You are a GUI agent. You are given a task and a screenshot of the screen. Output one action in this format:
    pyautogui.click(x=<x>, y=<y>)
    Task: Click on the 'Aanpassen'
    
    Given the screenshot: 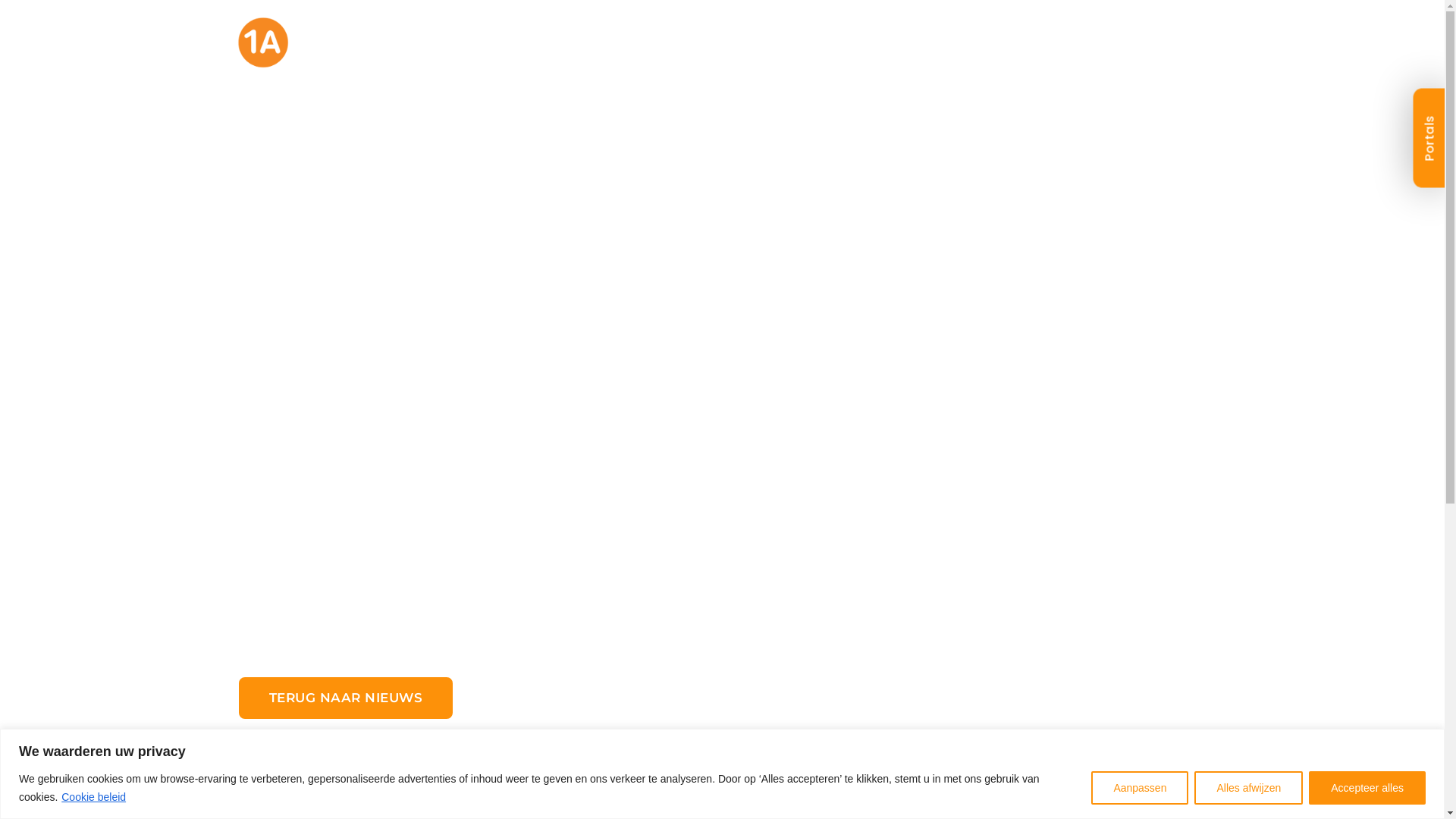 What is the action you would take?
    pyautogui.click(x=1139, y=786)
    